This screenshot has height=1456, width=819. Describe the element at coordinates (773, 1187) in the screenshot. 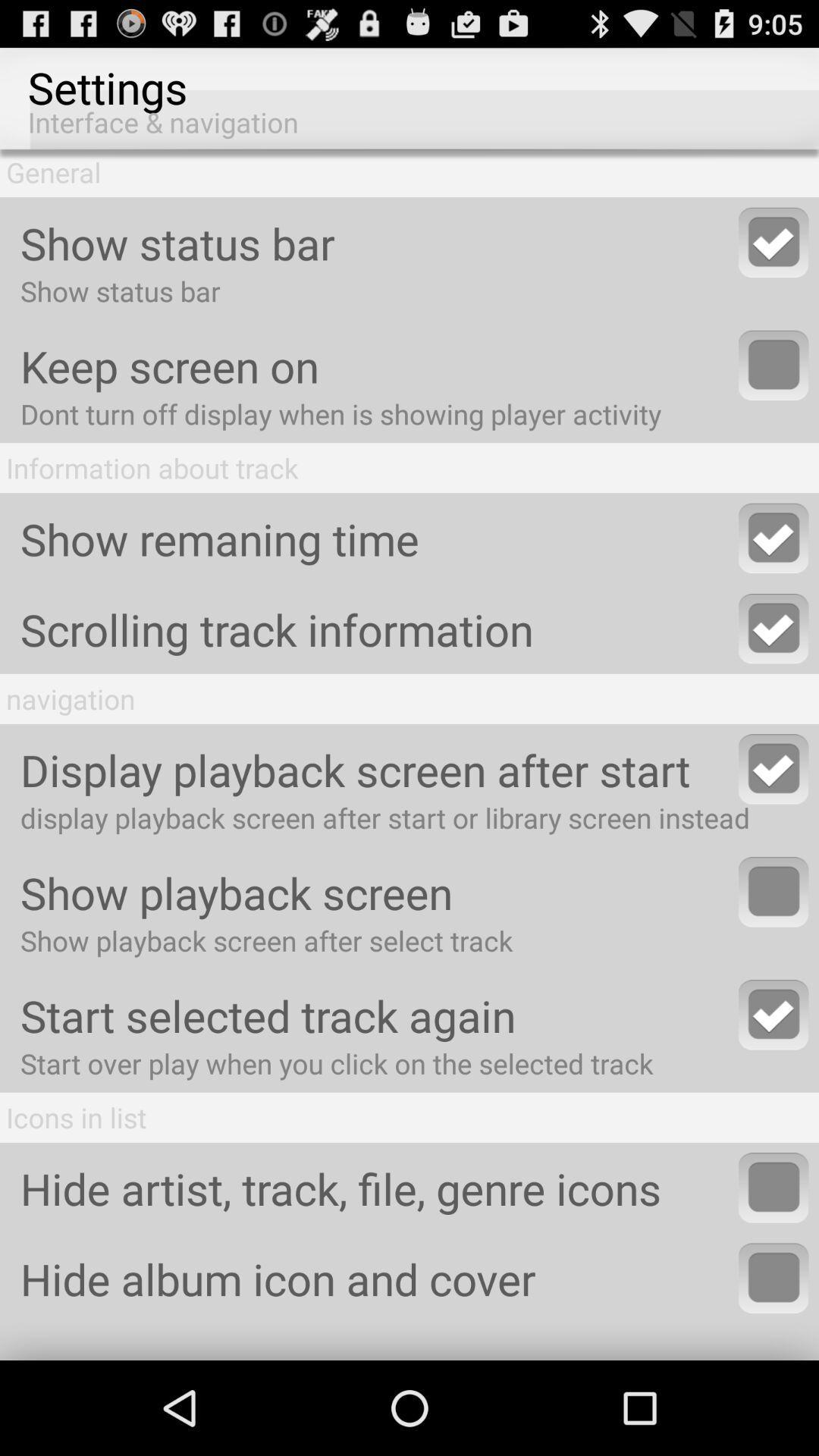

I see `here` at that location.